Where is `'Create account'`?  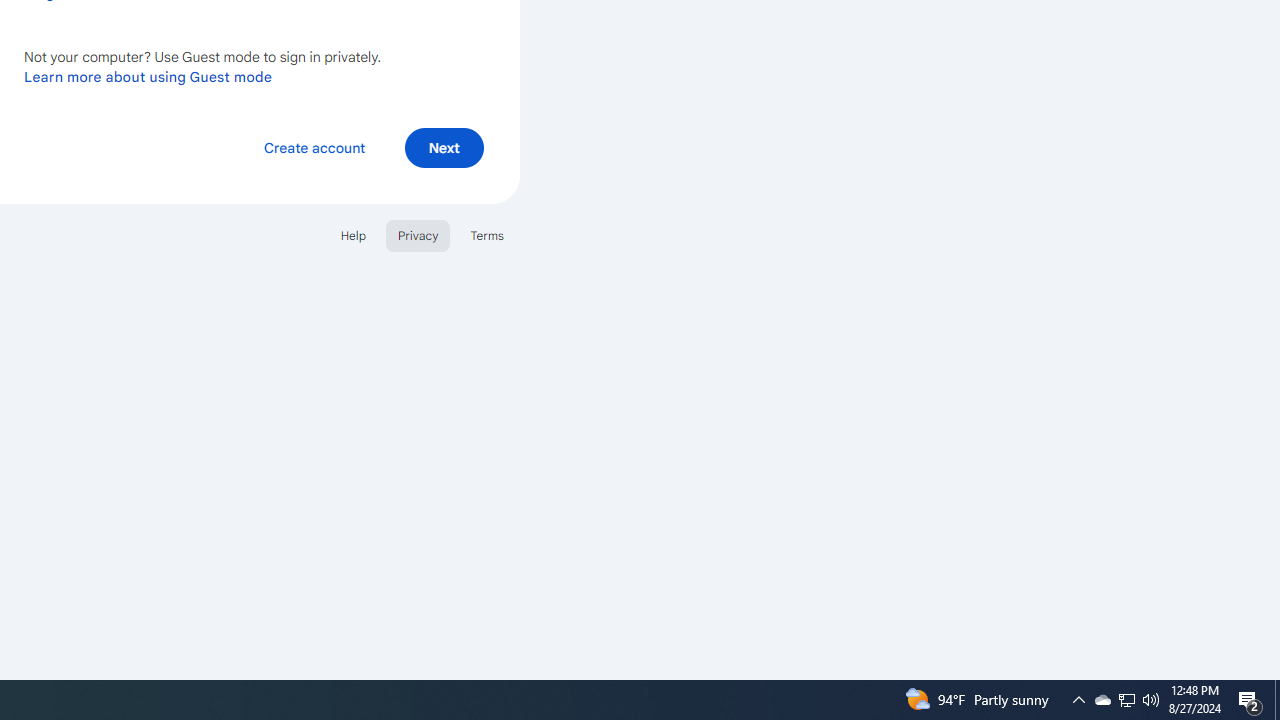 'Create account' is located at coordinates (313, 146).